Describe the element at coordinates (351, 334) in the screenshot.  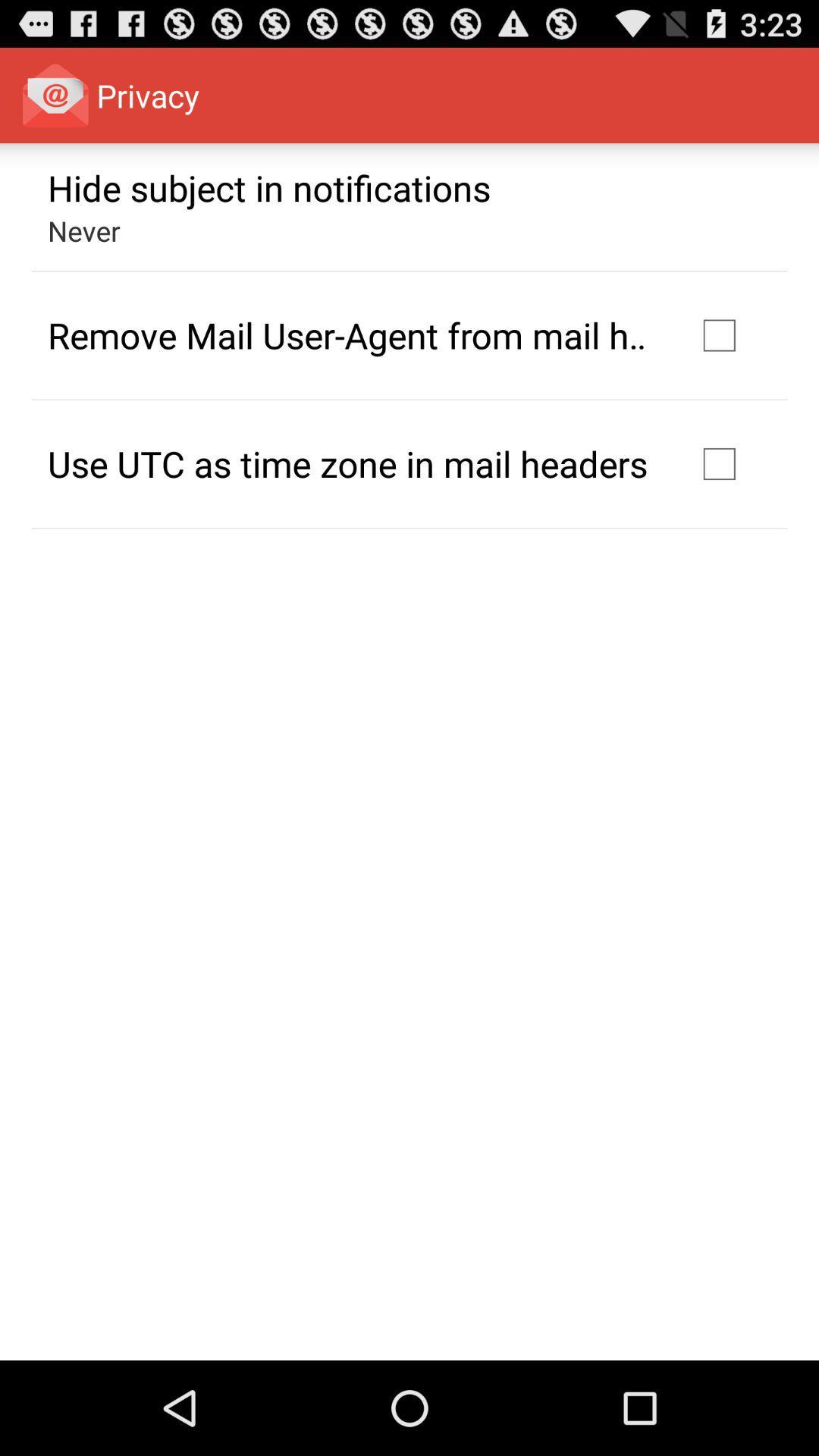
I see `remove mail user icon` at that location.